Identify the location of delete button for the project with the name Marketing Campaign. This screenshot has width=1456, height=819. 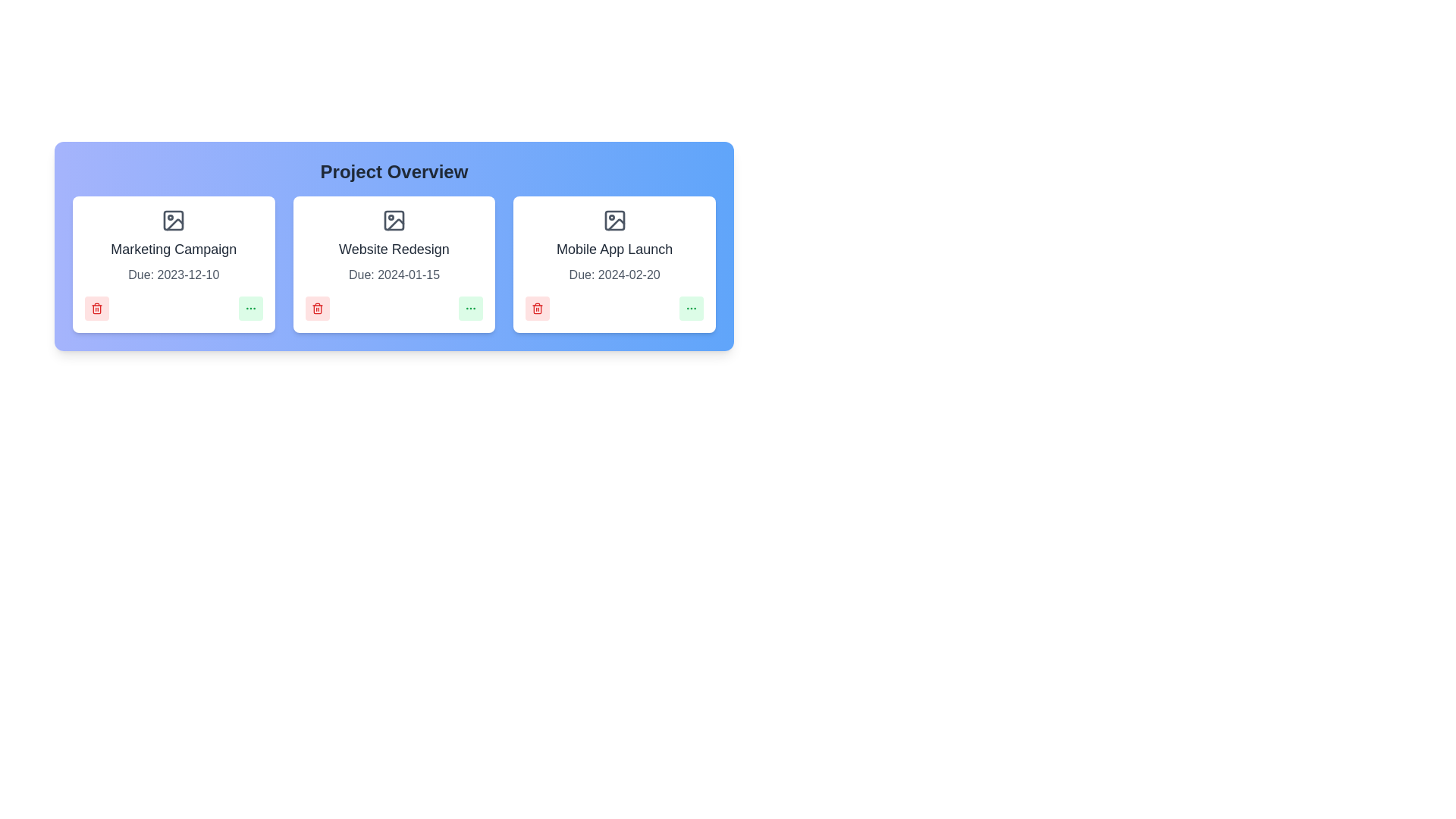
(96, 308).